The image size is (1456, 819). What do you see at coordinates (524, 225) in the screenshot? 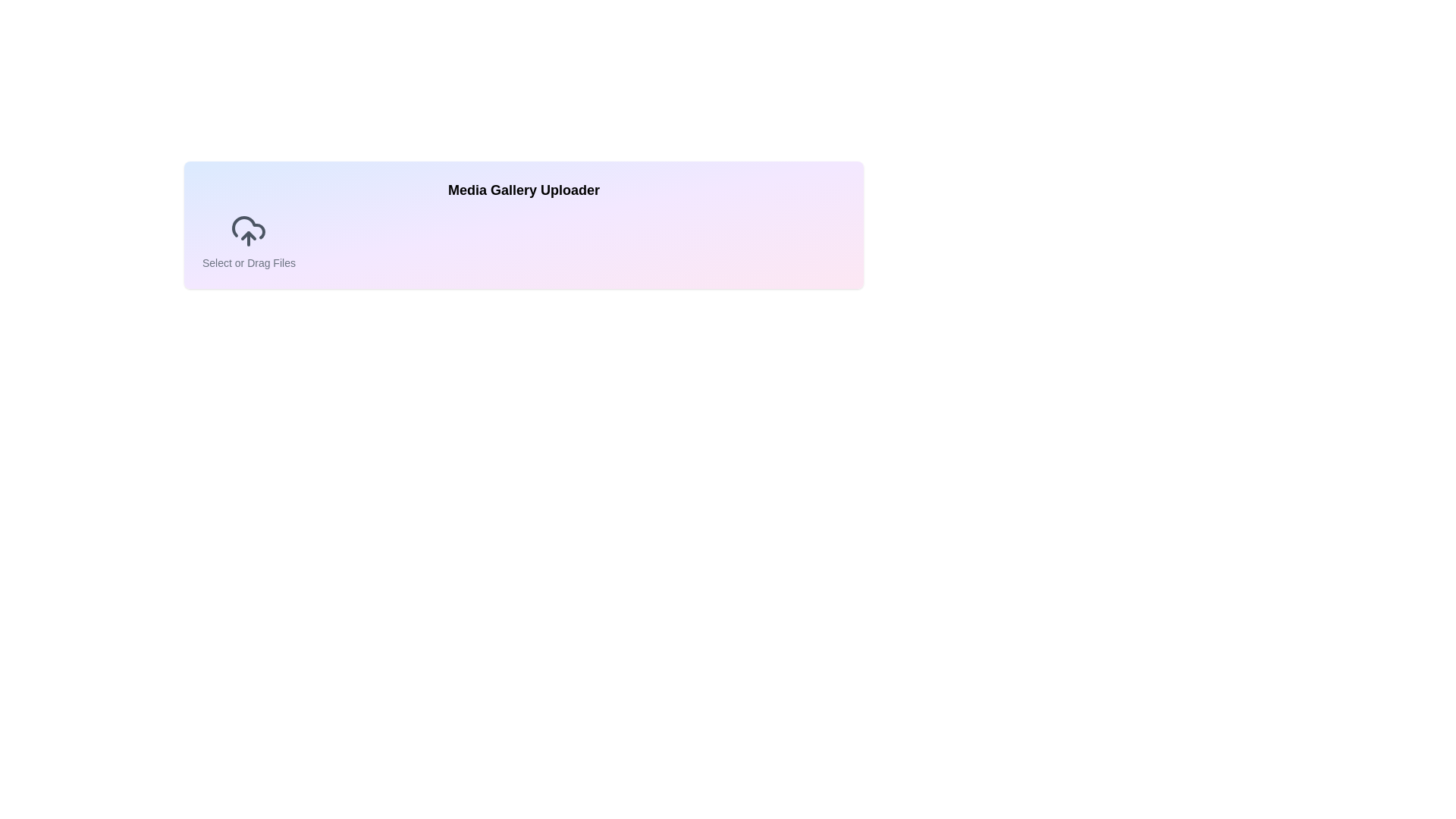
I see `the File Upload Panel, which is a large rectangular section in the center of the interface used for file uploads` at bounding box center [524, 225].